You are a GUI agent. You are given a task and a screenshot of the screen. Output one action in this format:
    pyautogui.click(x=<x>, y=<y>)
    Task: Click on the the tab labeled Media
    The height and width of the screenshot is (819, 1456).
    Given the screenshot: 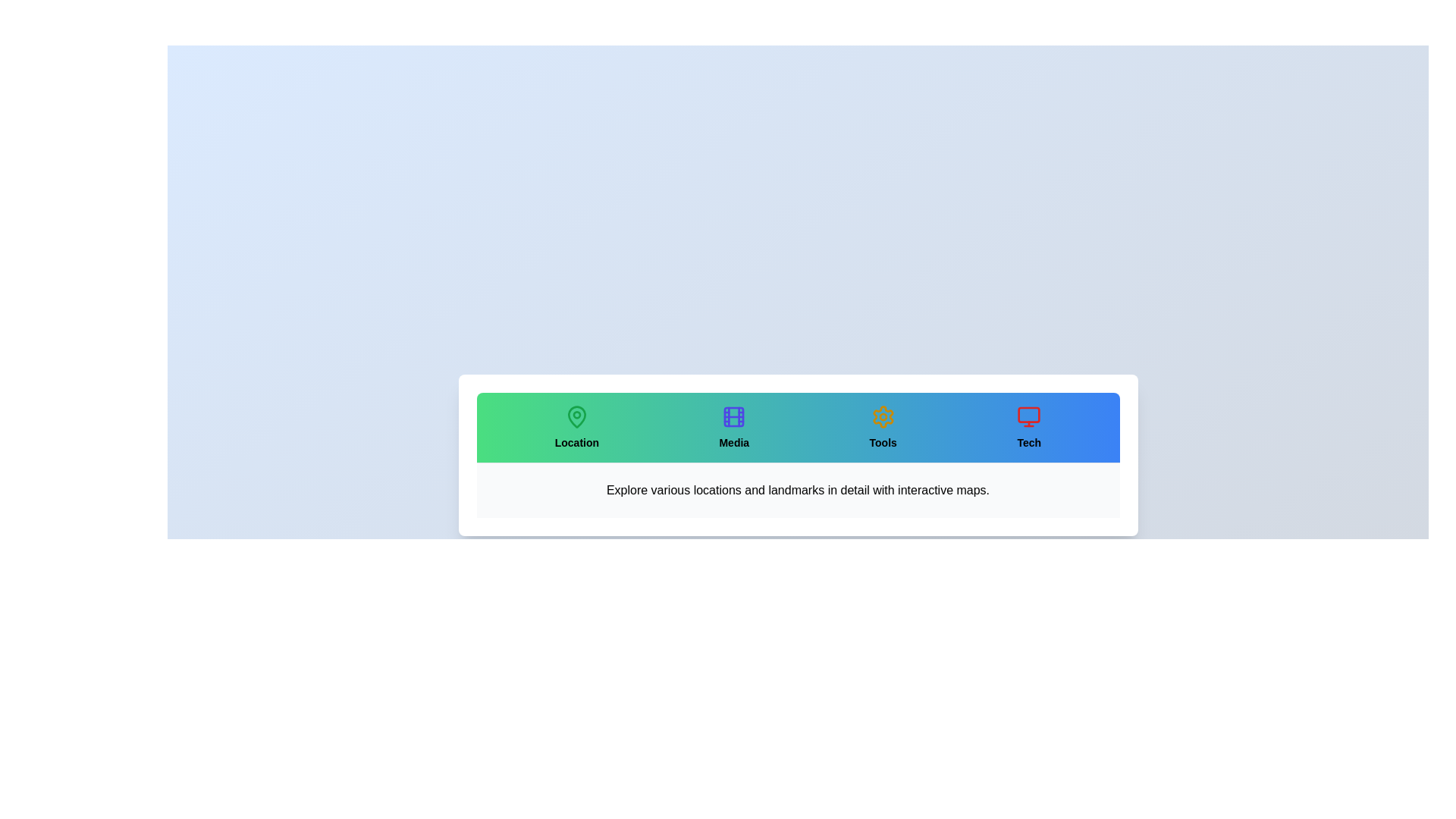 What is the action you would take?
    pyautogui.click(x=734, y=427)
    